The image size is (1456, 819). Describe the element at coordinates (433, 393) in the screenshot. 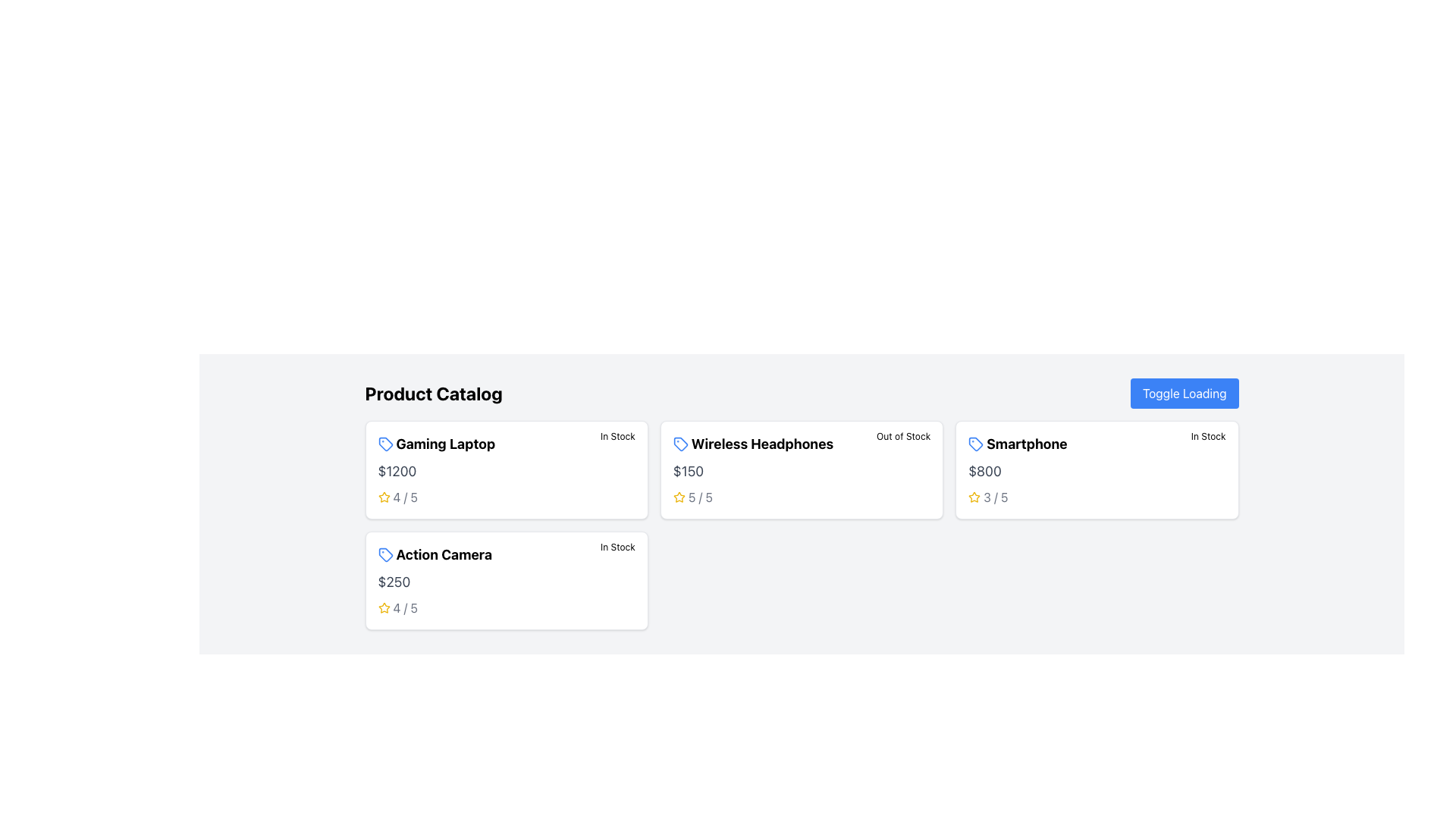

I see `text of the Text Label (Heading) displaying 'Product Catalog', which is positioned at the top left of the product section` at that location.